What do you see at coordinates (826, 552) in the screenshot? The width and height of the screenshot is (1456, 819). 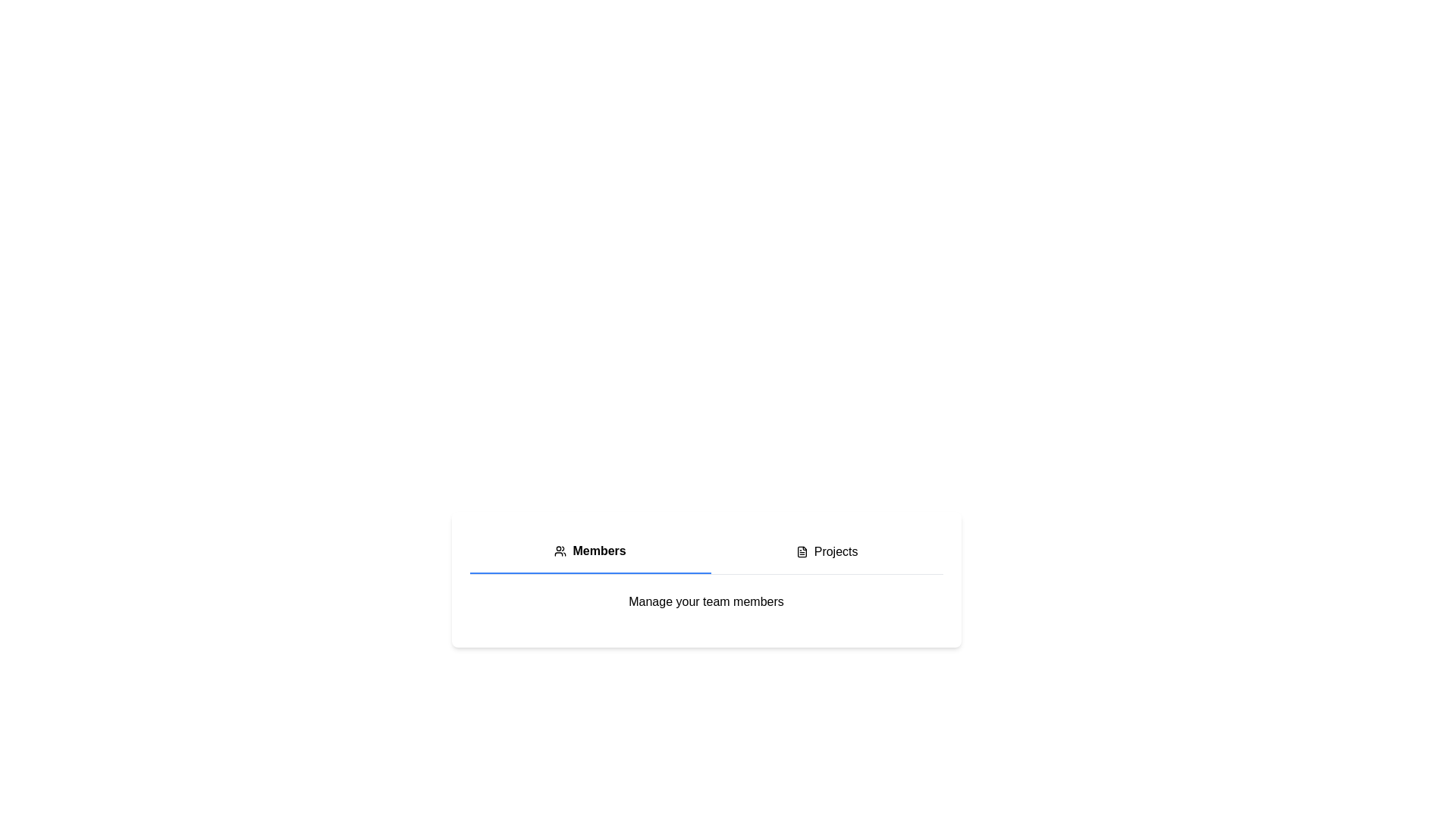 I see `the 'Projects' button, which features a text label and a document icon, located in the upper-right section next to the 'Members' button` at bounding box center [826, 552].